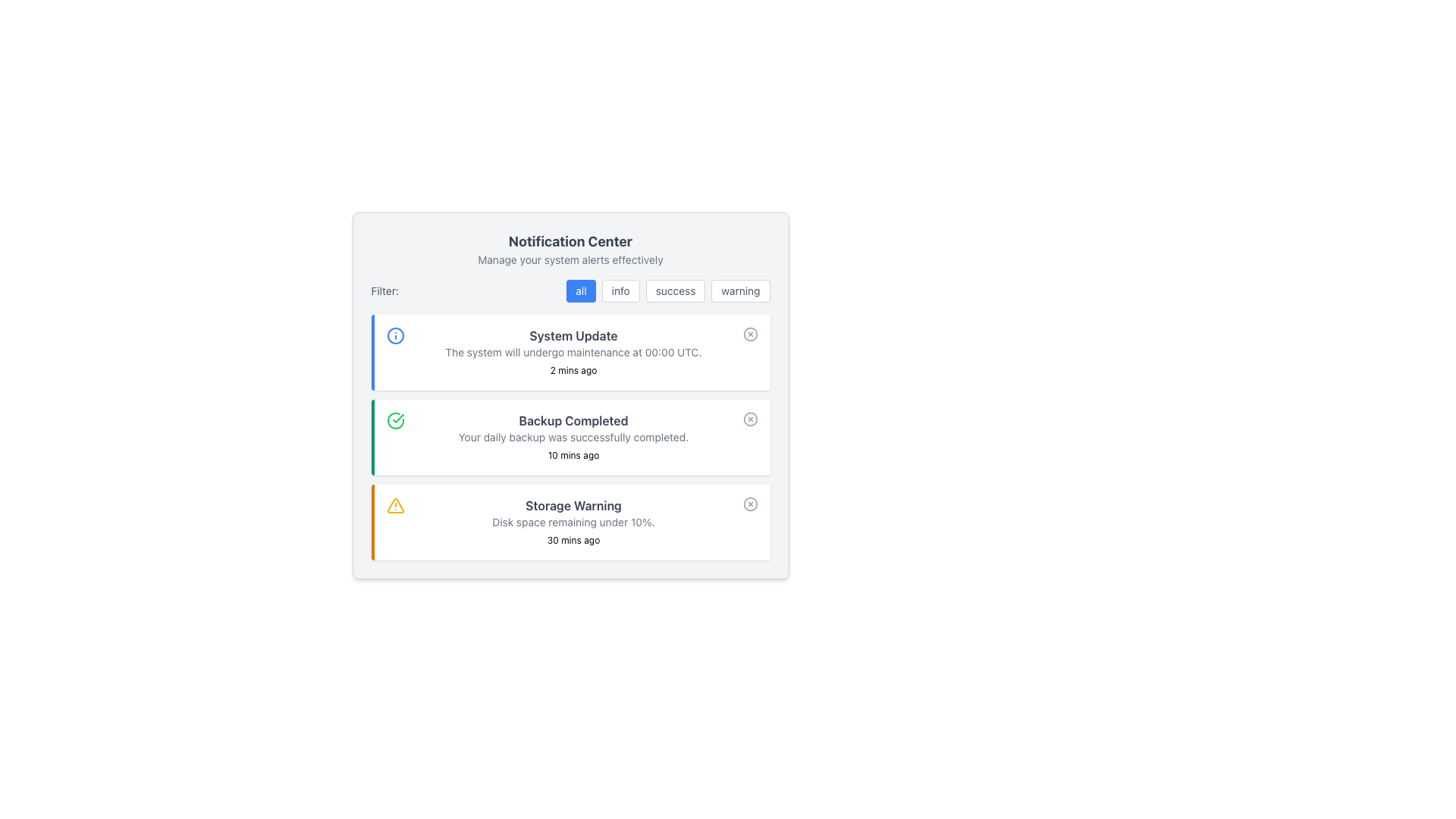  What do you see at coordinates (675, 291) in the screenshot?
I see `the button labeled 'success', which is the third button in a series of four, to change its background color to light blue` at bounding box center [675, 291].